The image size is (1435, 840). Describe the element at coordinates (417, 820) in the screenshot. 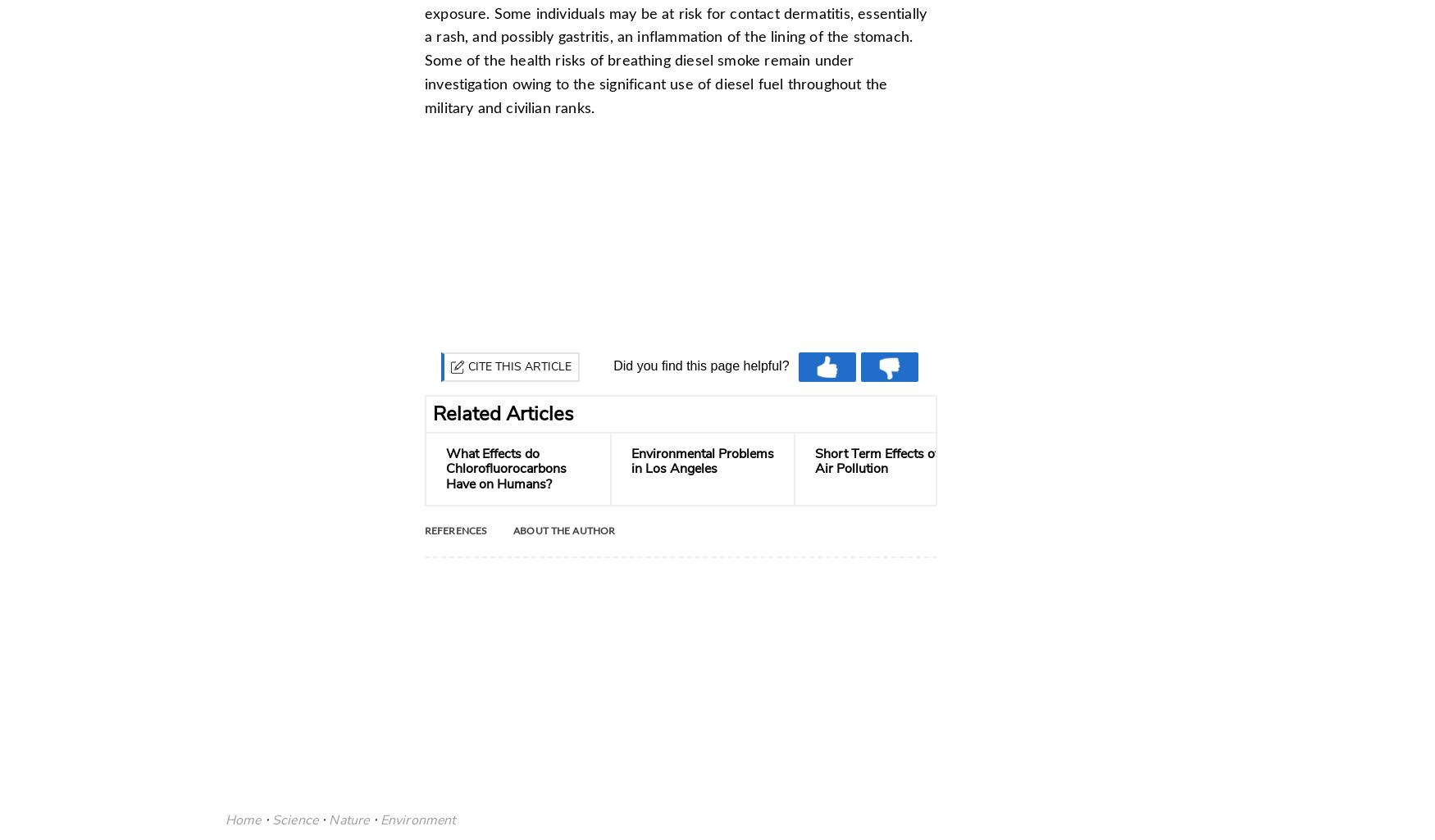

I see `'Environment'` at that location.